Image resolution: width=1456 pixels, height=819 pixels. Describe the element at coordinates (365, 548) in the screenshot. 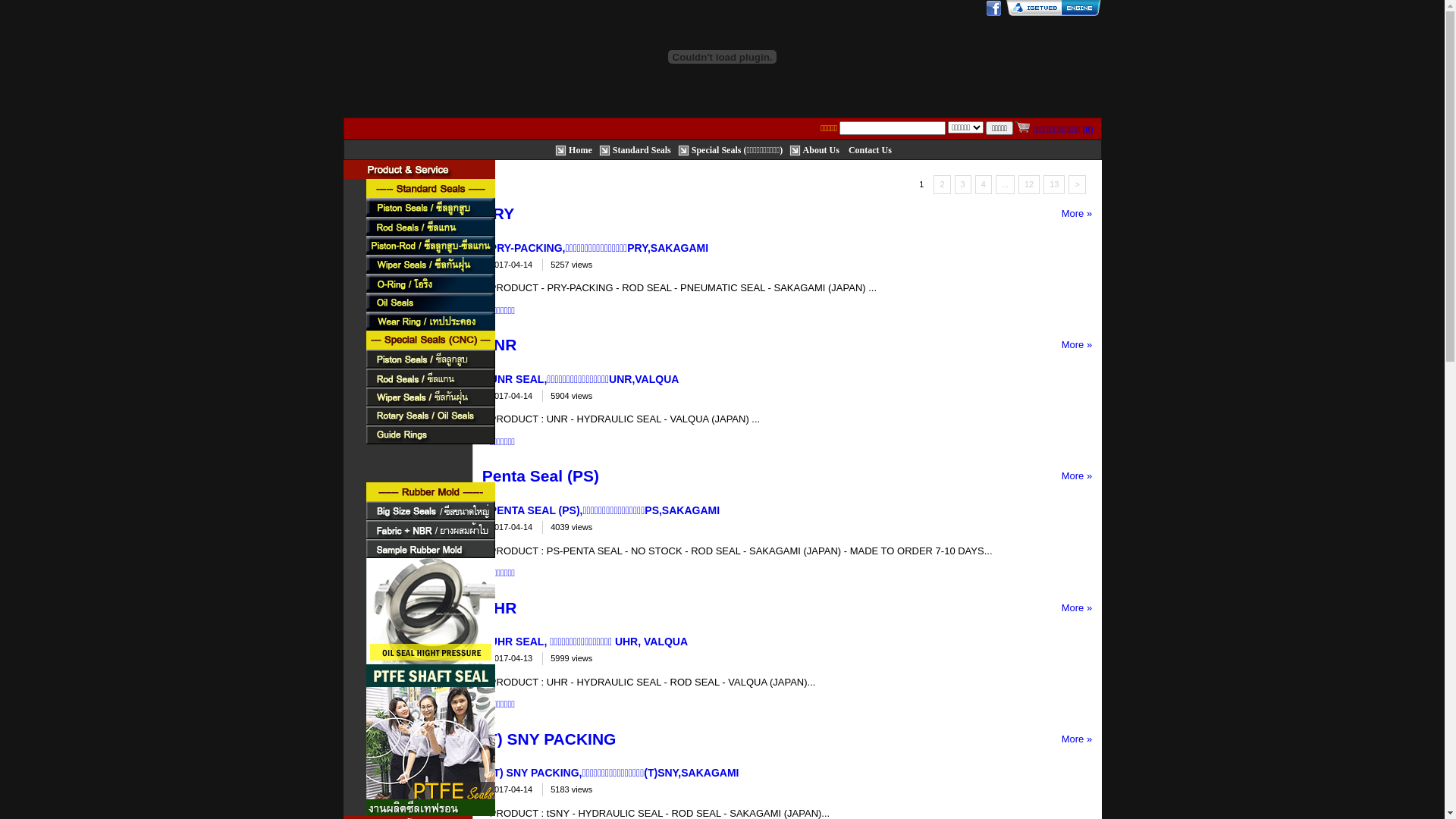

I see `'Sample Rubber Mold'` at that location.